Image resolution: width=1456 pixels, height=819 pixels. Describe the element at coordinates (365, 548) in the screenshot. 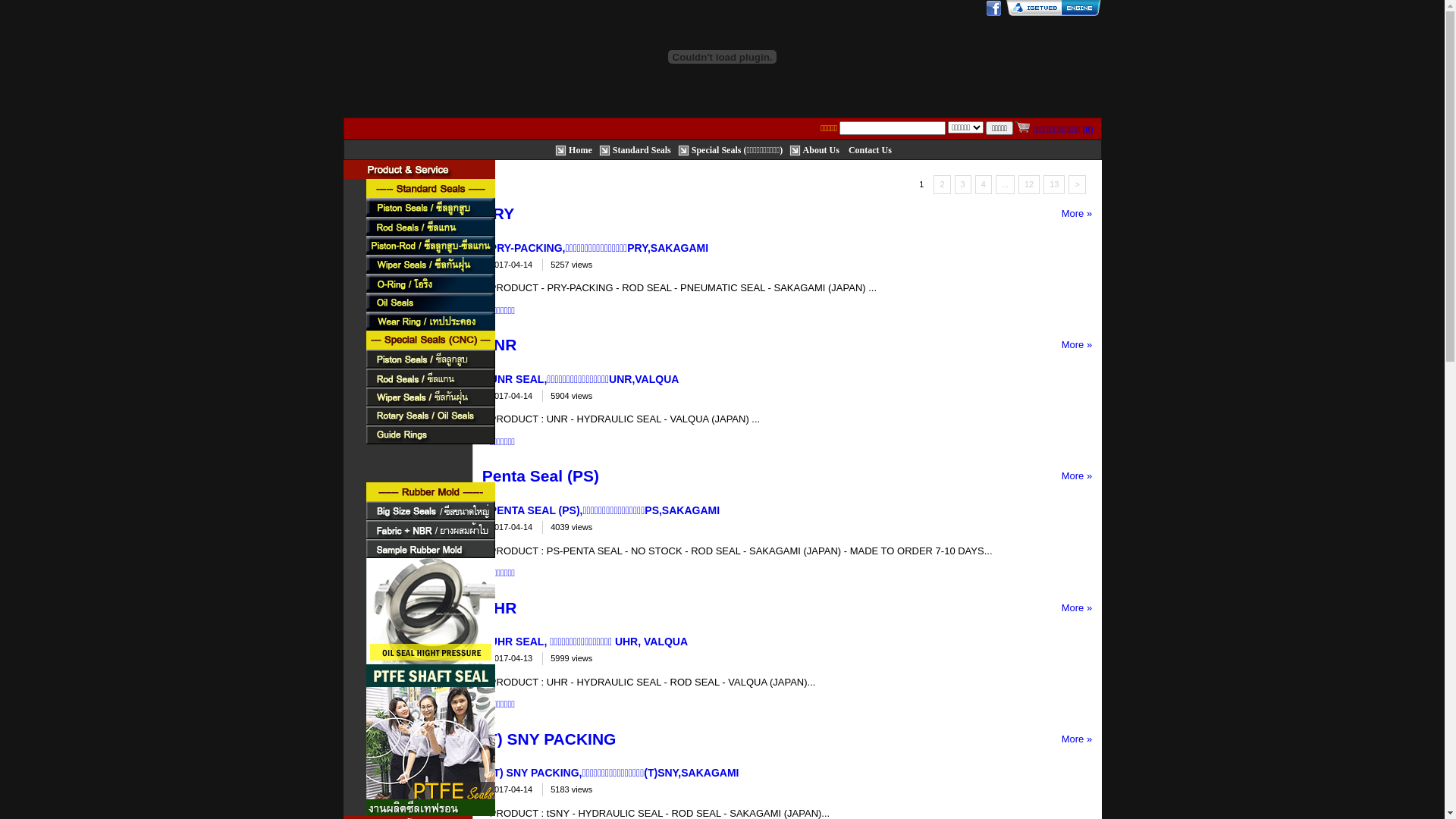

I see `'Sample Rubber Mold'` at that location.